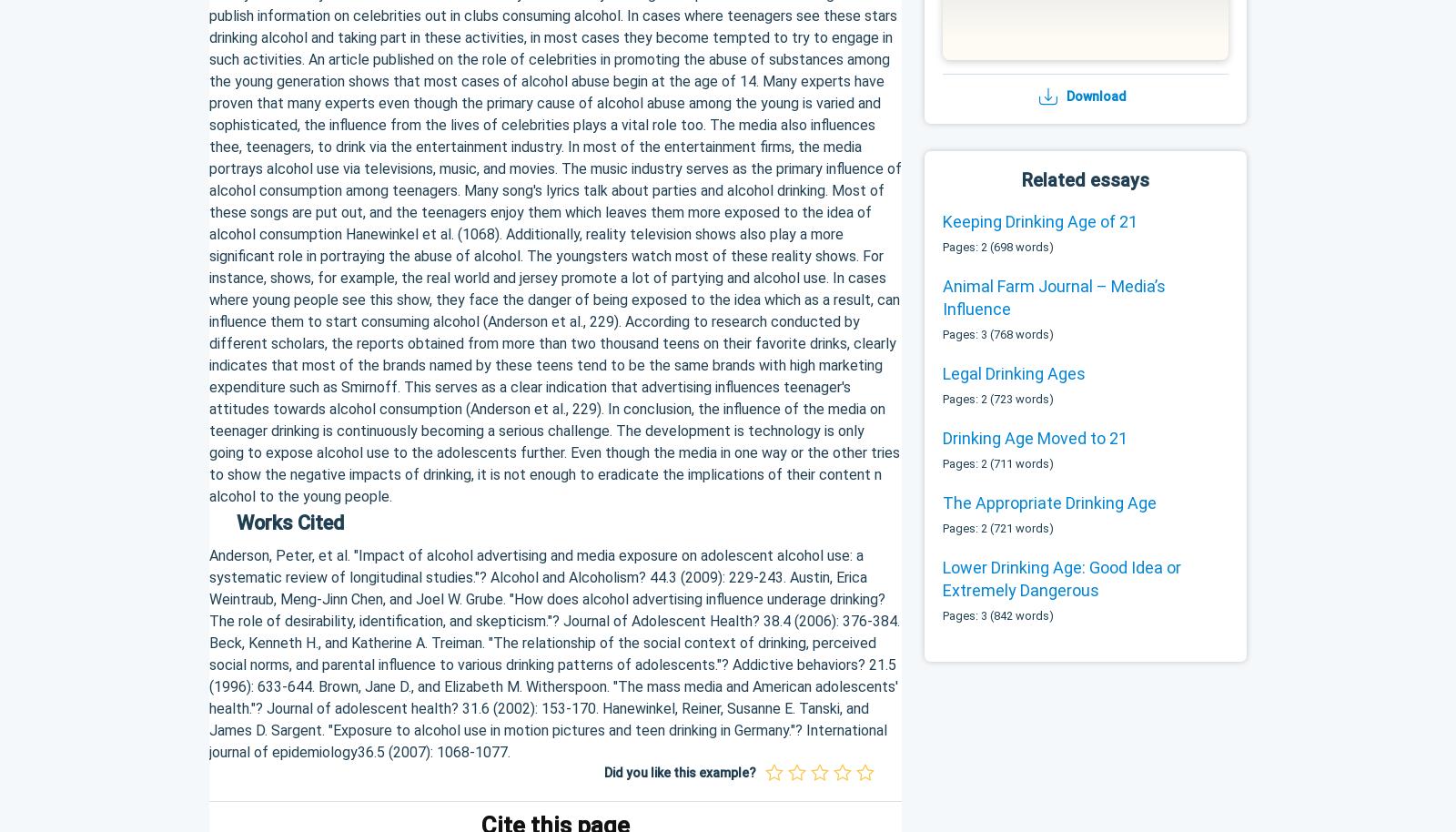 This screenshot has height=832, width=1456. I want to click on 'Pages: 2 (723 words)', so click(997, 397).